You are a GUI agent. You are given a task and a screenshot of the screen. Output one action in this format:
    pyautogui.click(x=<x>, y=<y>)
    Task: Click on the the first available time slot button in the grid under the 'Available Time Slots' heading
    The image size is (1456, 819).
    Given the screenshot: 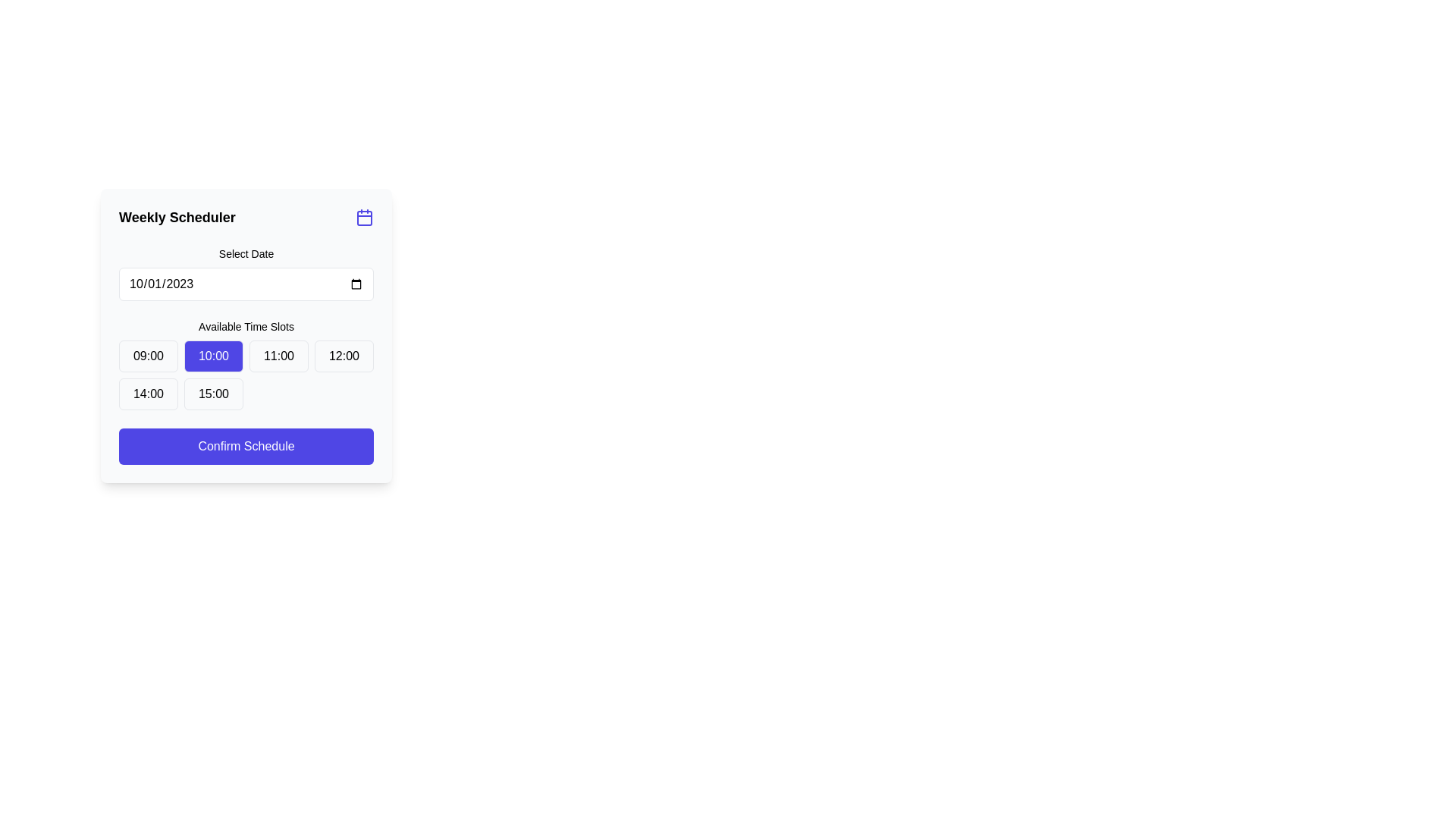 What is the action you would take?
    pyautogui.click(x=149, y=356)
    